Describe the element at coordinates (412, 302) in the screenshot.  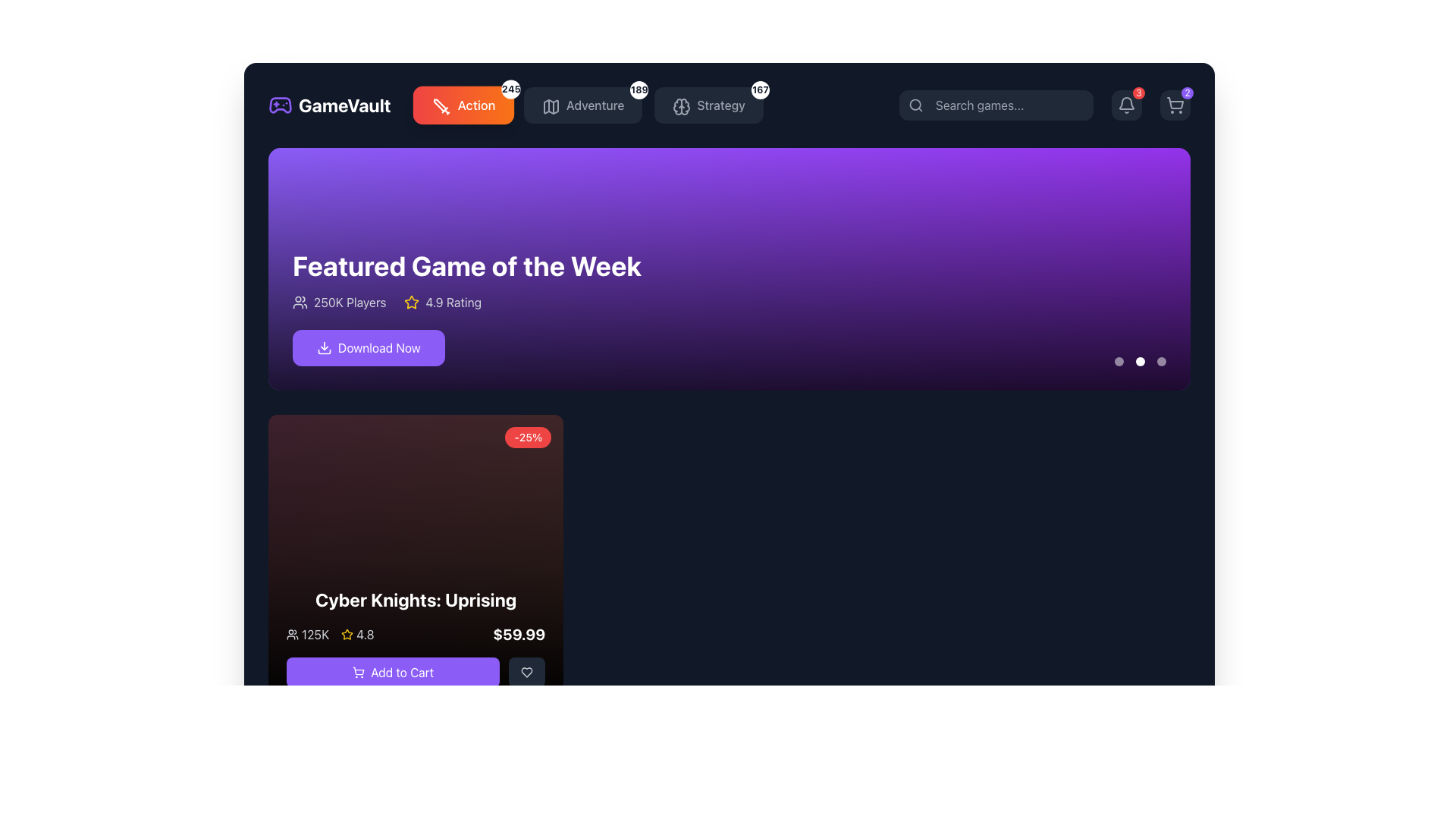
I see `the star-shaped rating icon with a yellow outline next to the '4.9 Rating' text, located under the 'Featured Game of the Week' header` at that location.